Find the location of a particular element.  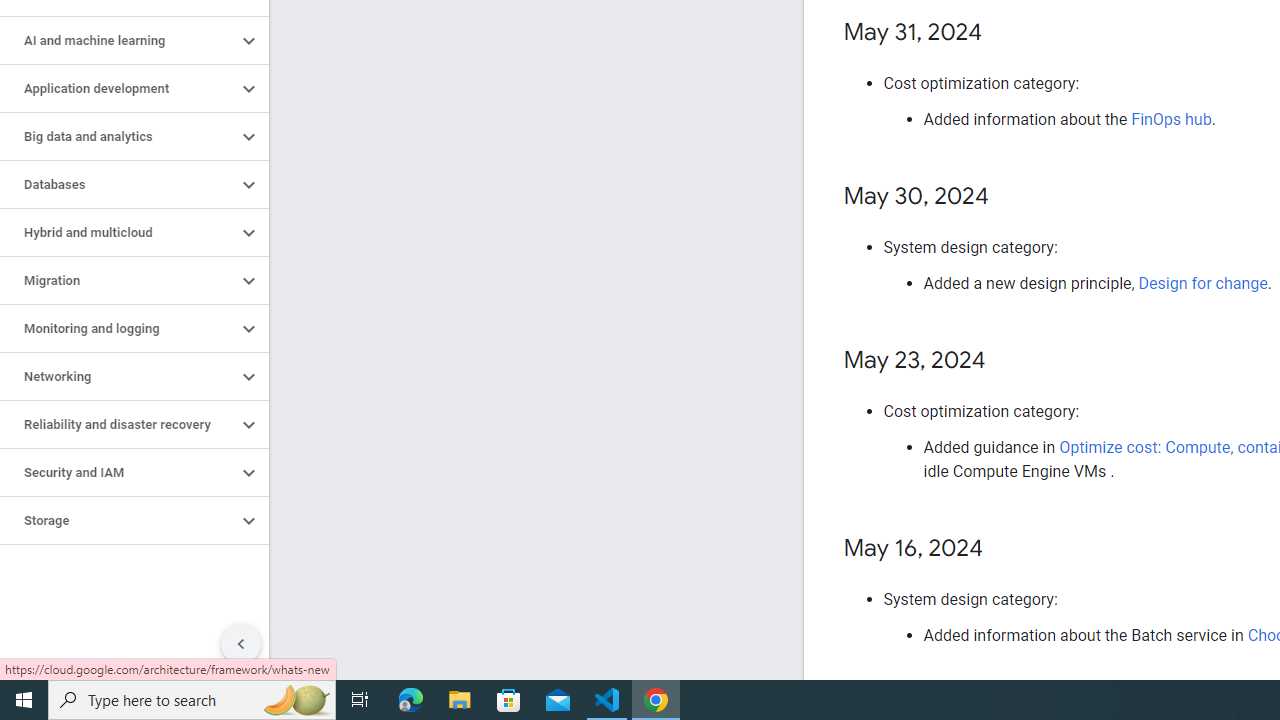

'Application development' is located at coordinates (117, 87).